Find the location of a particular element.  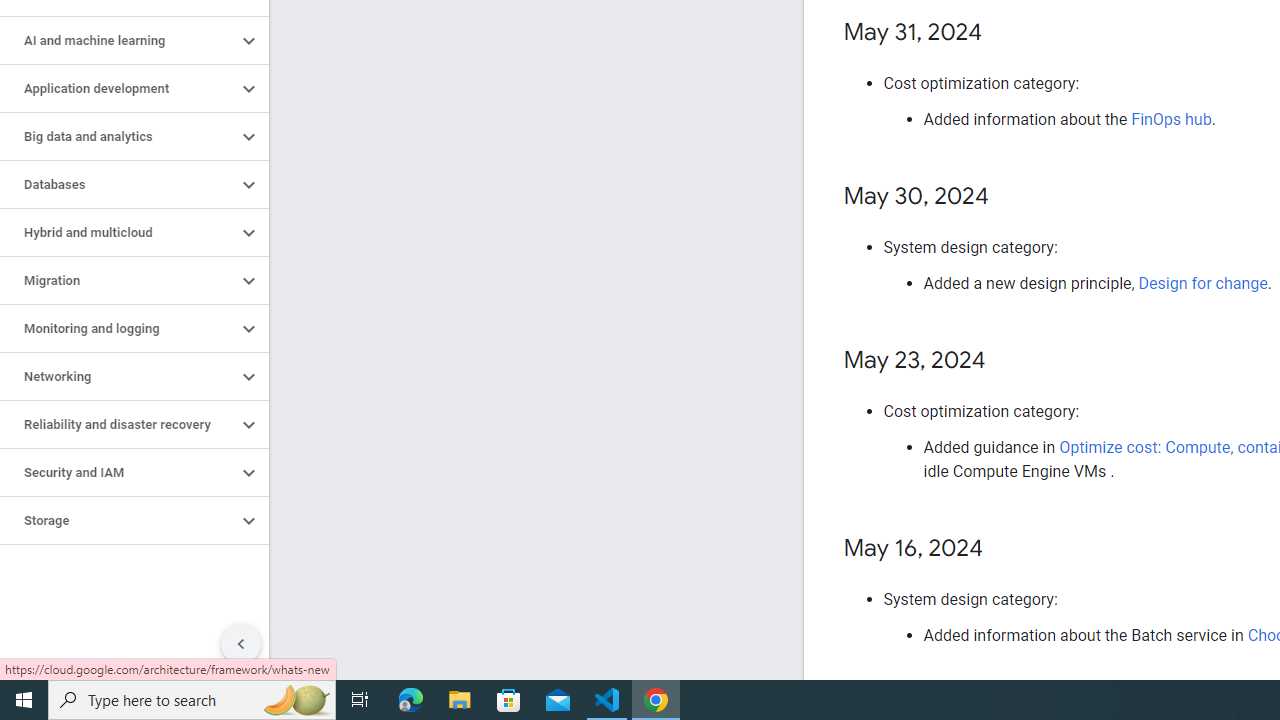

'Application development' is located at coordinates (117, 87).